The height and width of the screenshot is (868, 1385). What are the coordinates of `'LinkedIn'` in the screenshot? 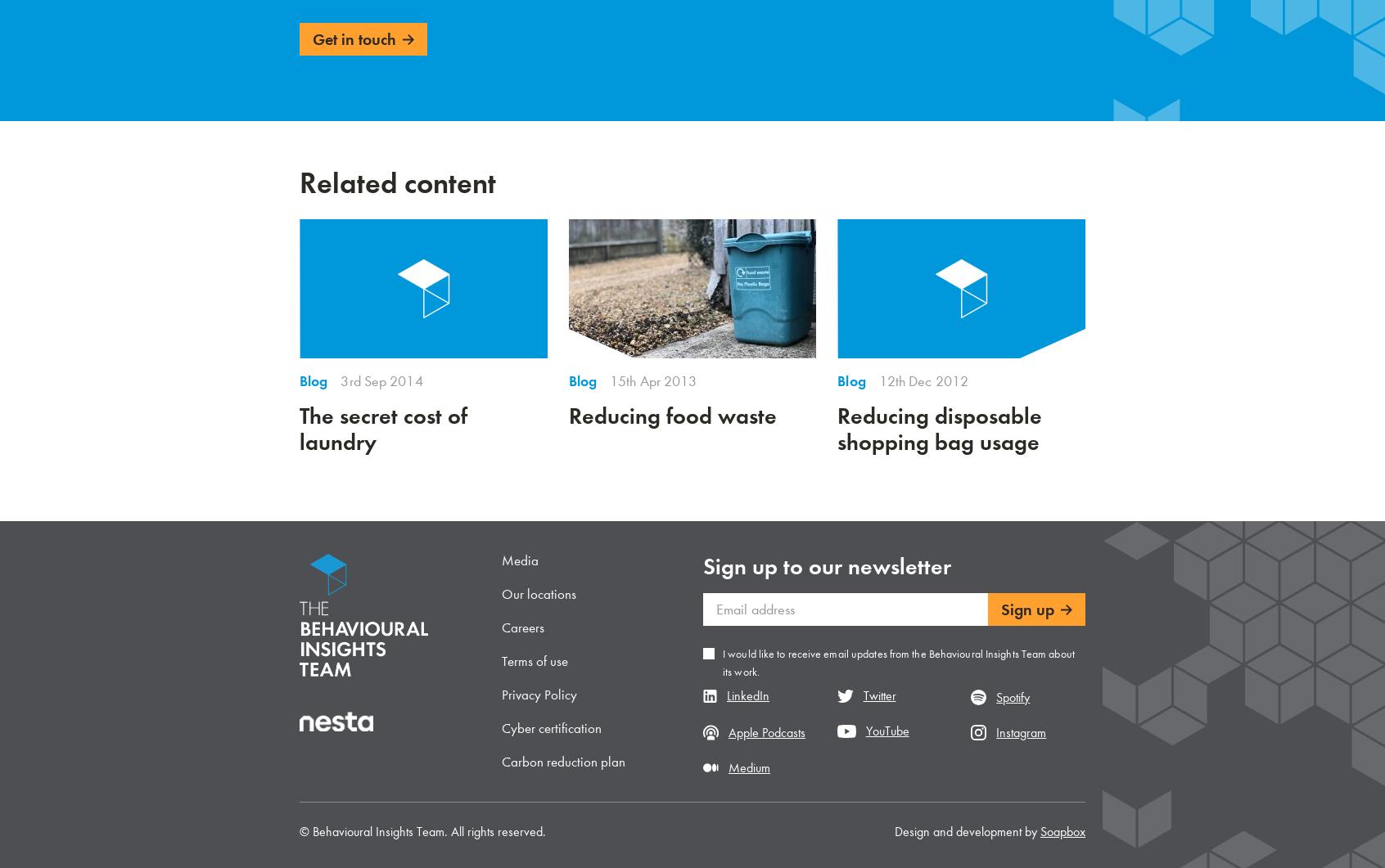 It's located at (747, 695).